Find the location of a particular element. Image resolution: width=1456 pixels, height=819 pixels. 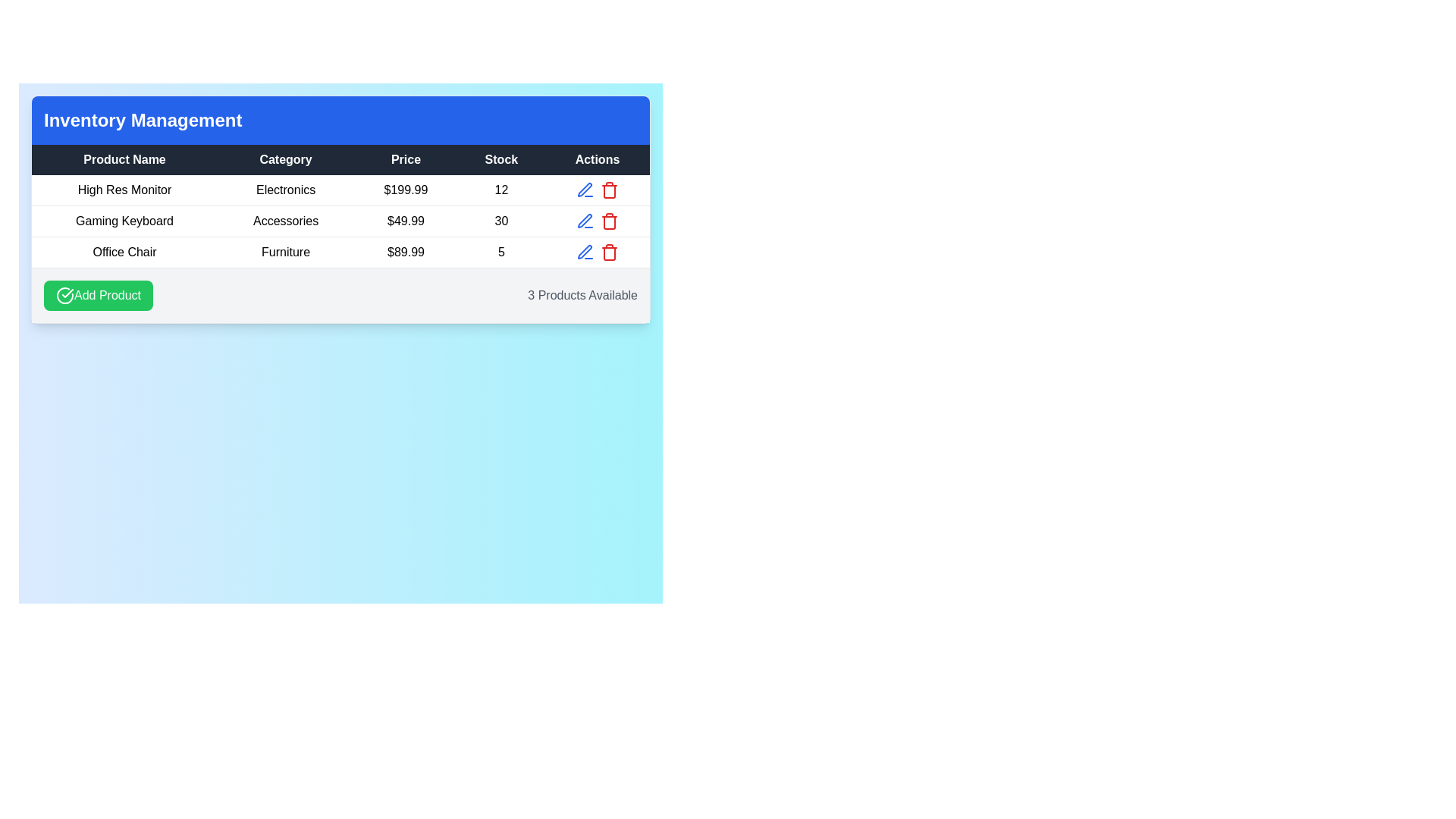

the stock count label displaying '12' for the 'High Res Monitor' product, located in the fourth column of the first data row of the table is located at coordinates (501, 190).